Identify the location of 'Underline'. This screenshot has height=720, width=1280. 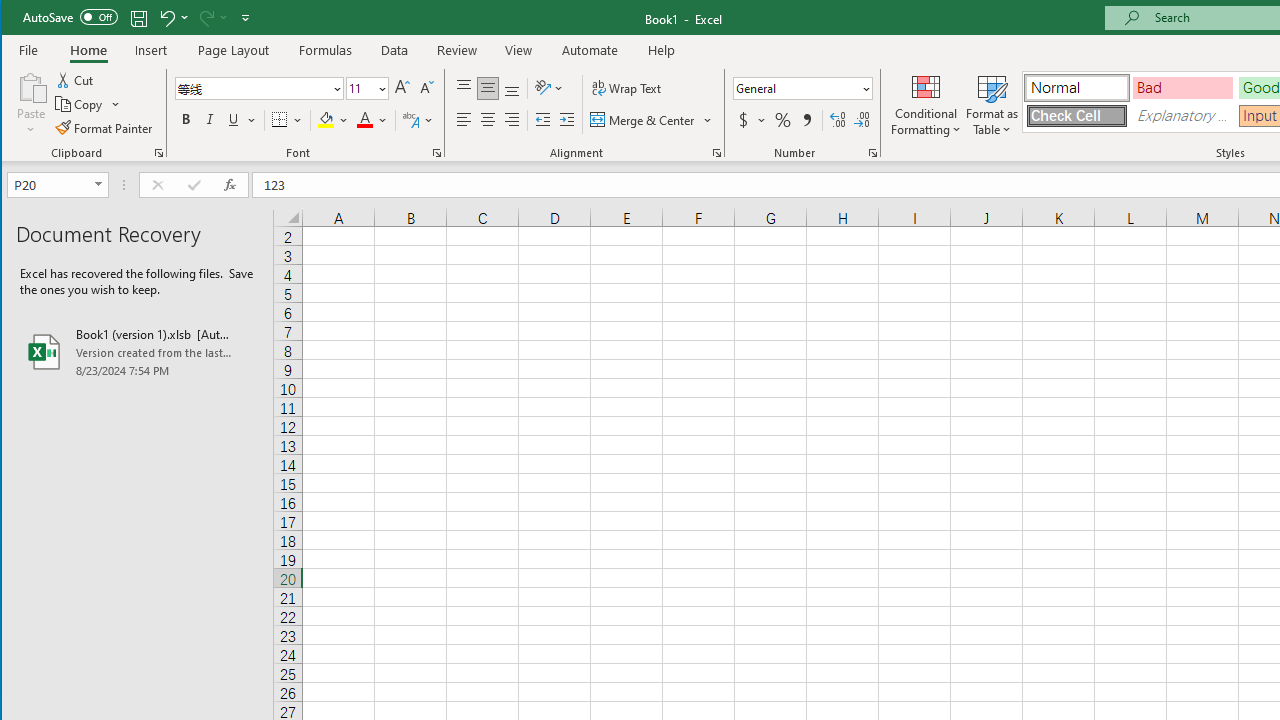
(233, 120).